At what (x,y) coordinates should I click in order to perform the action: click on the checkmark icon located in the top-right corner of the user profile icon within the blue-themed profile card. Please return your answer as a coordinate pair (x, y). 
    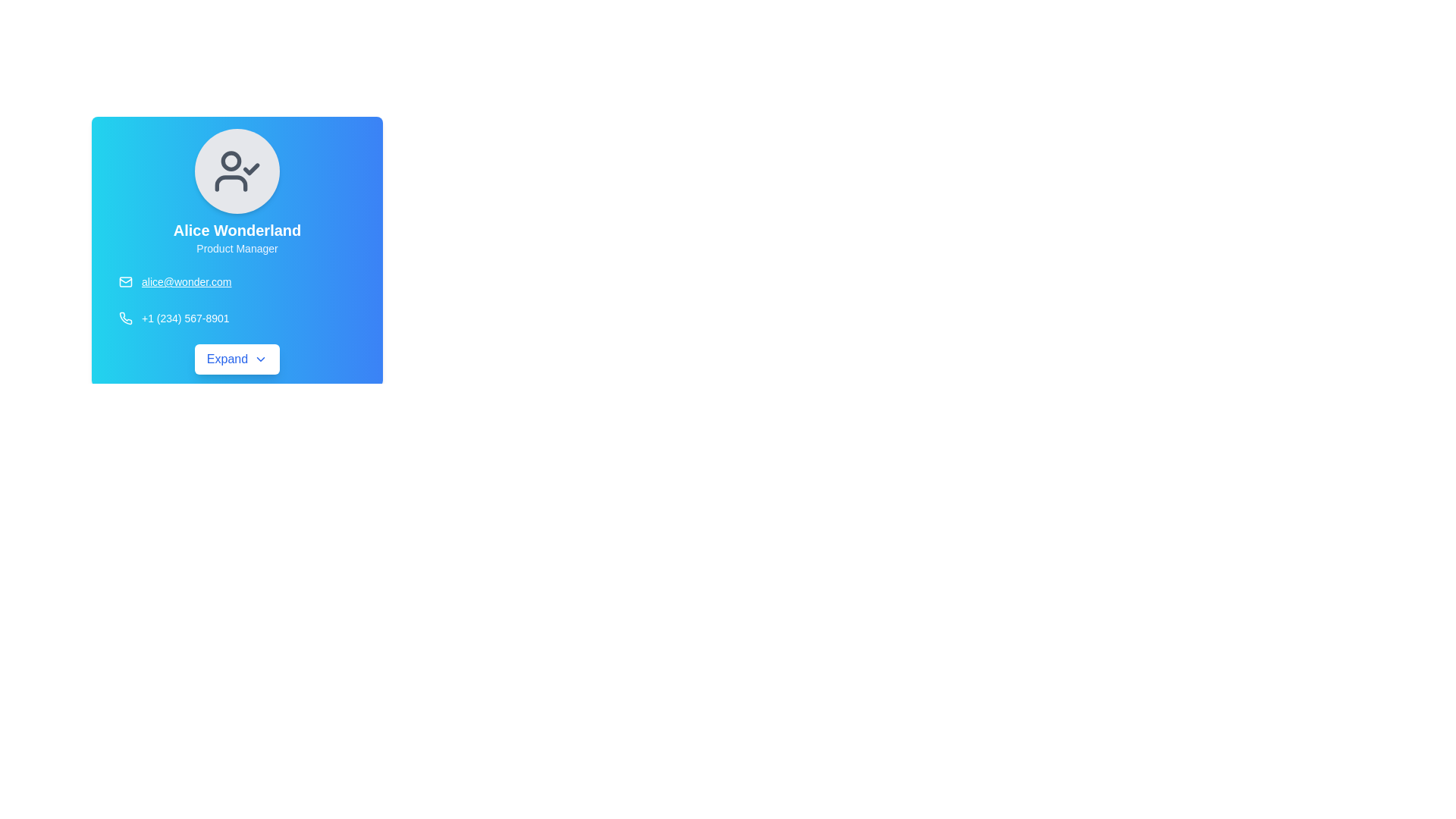
    Looking at the image, I should click on (251, 169).